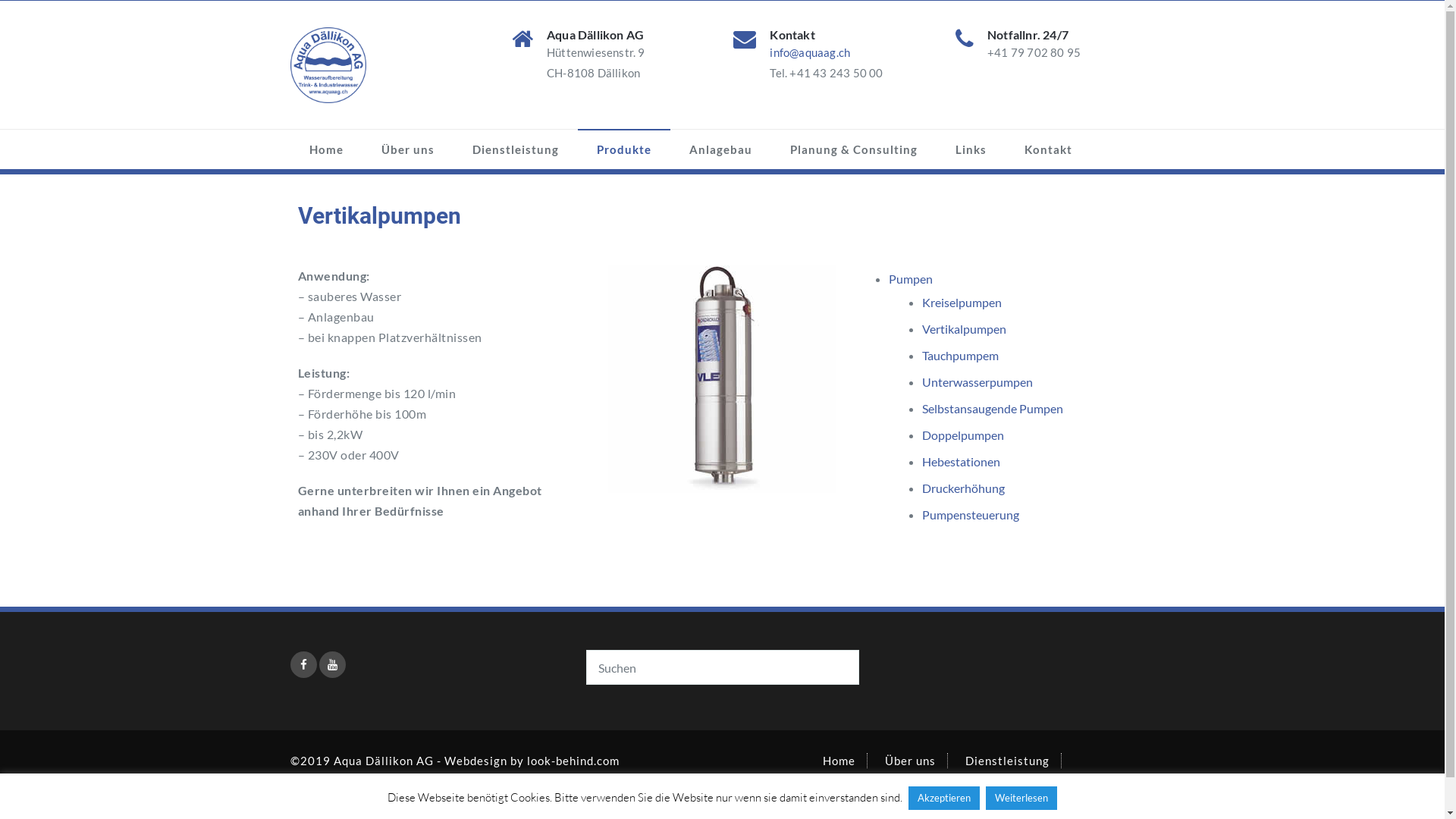 The height and width of the screenshot is (819, 1456). I want to click on 'Hebestationen', so click(960, 460).